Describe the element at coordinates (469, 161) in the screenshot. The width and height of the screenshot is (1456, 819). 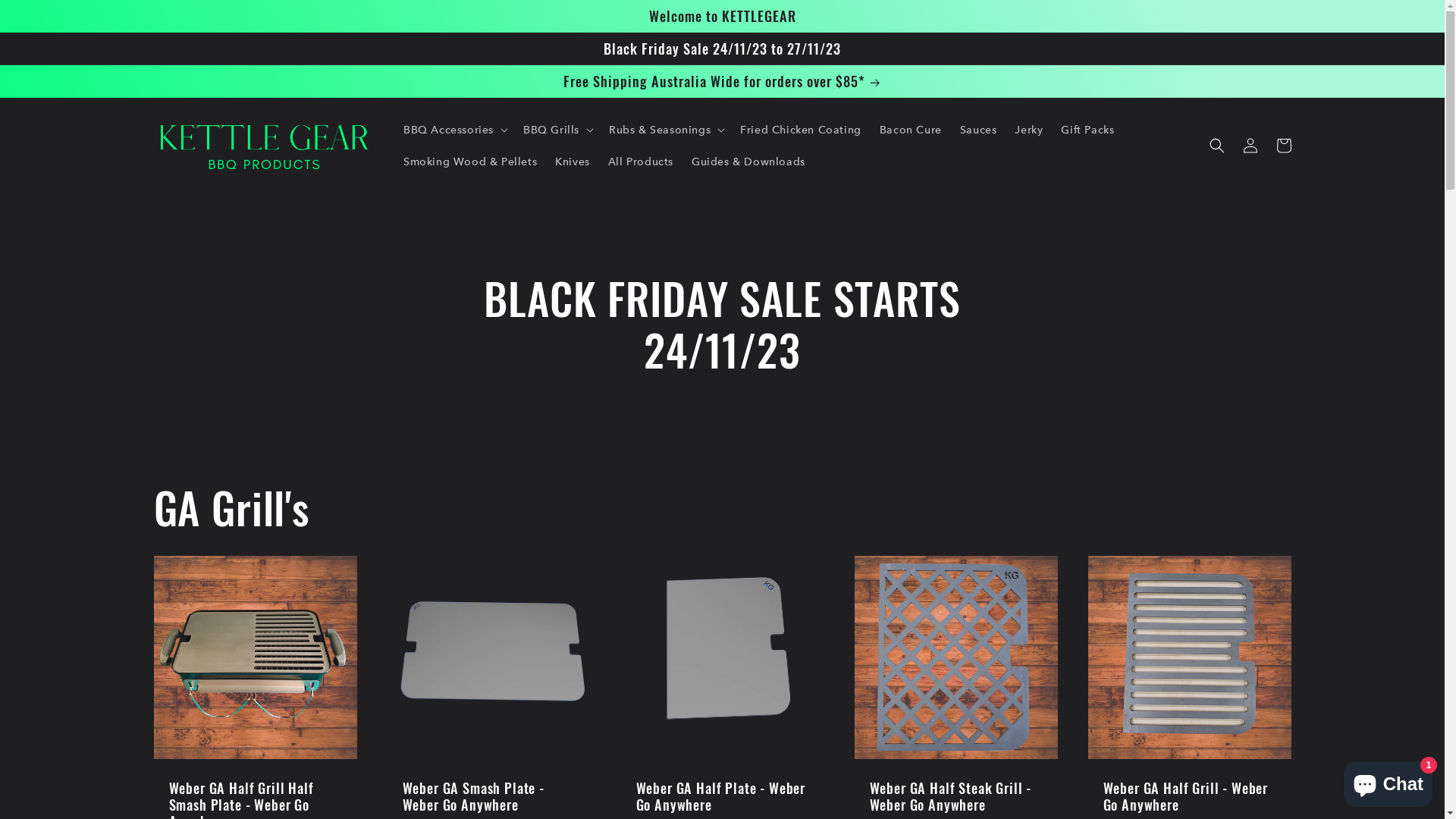
I see `'Smoking Wood & Pellets'` at that location.